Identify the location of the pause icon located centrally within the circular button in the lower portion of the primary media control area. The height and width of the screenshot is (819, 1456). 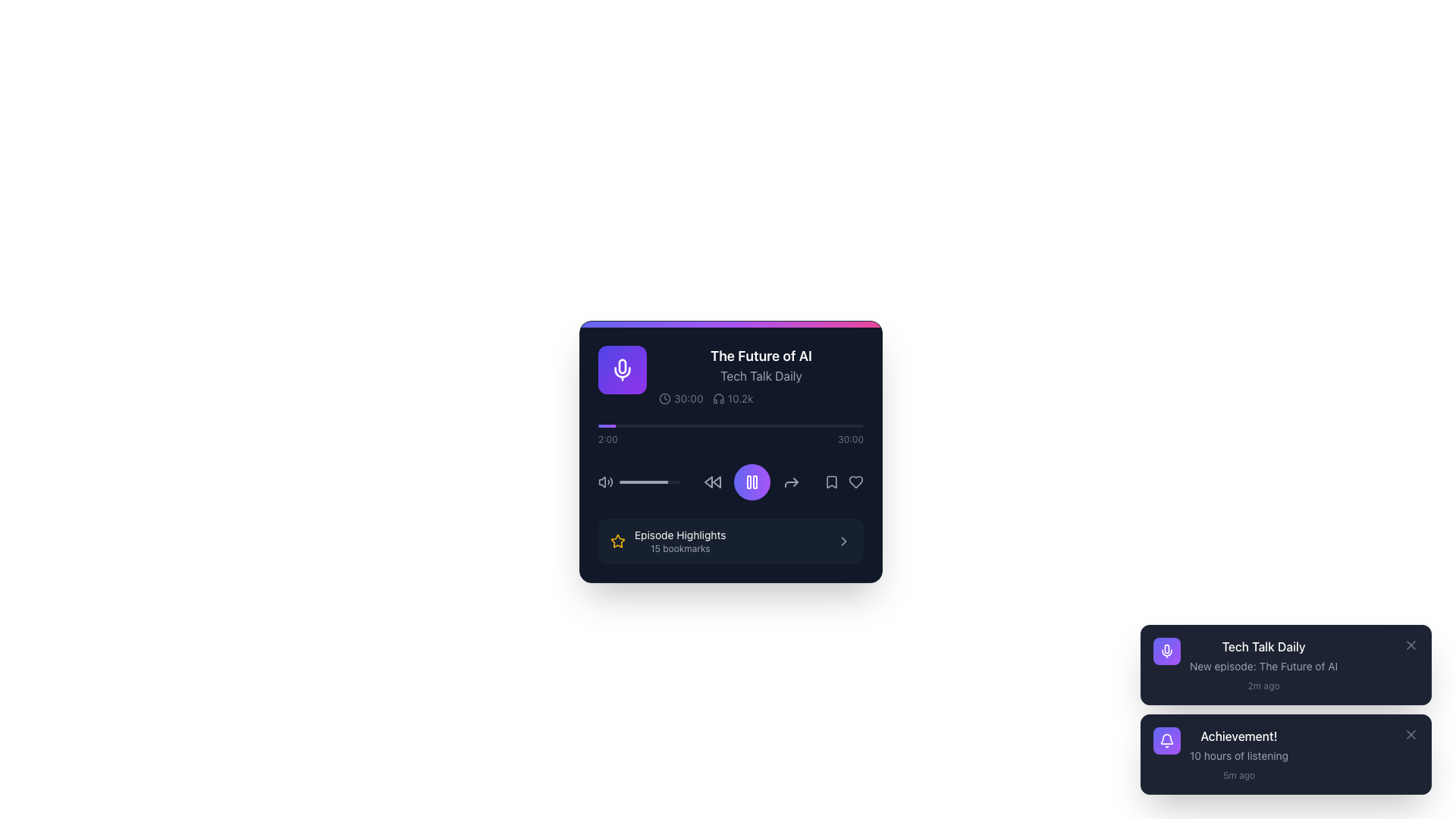
(752, 482).